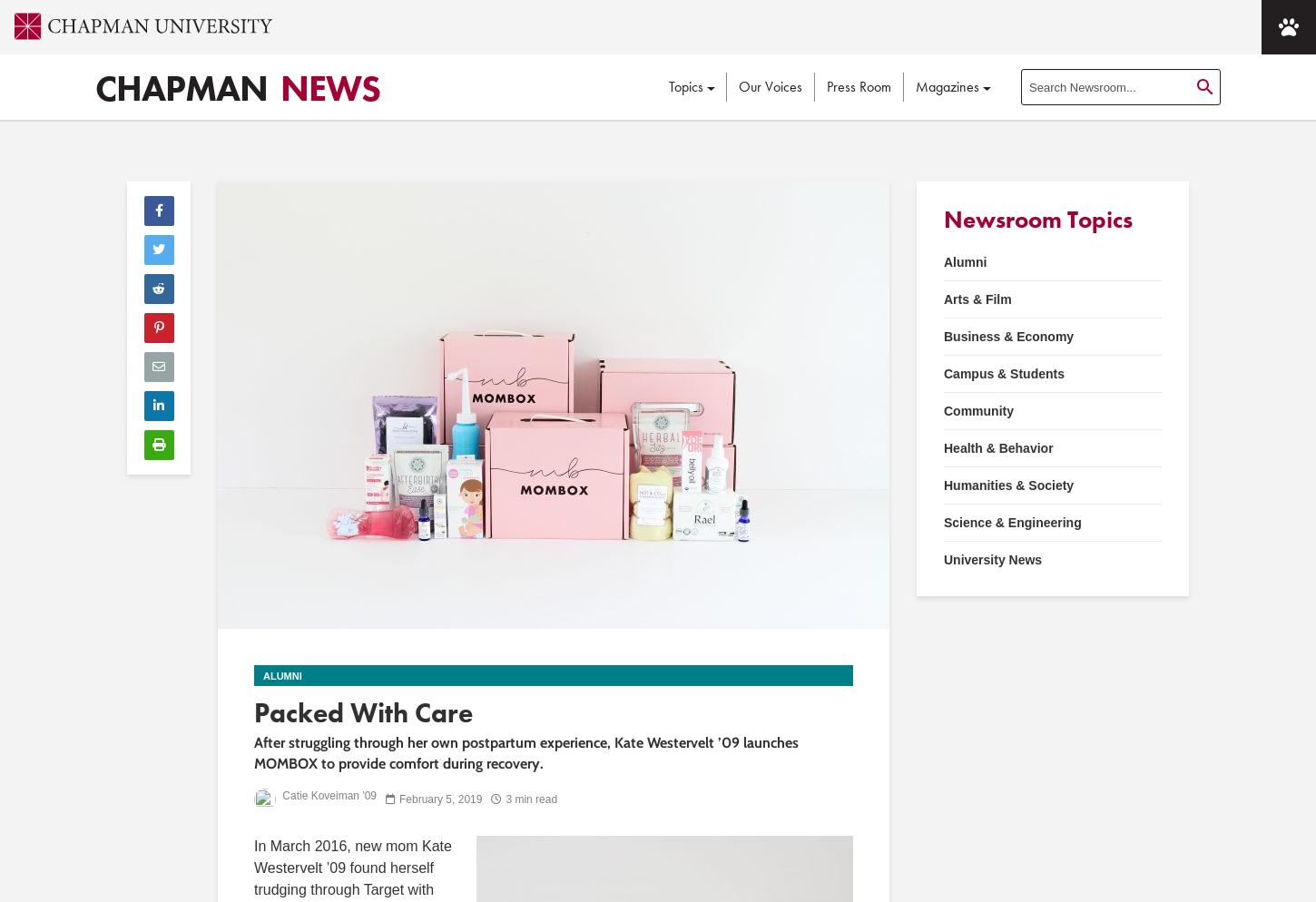 The image size is (1316, 902). I want to click on 'Humanities & Society', so click(1007, 484).